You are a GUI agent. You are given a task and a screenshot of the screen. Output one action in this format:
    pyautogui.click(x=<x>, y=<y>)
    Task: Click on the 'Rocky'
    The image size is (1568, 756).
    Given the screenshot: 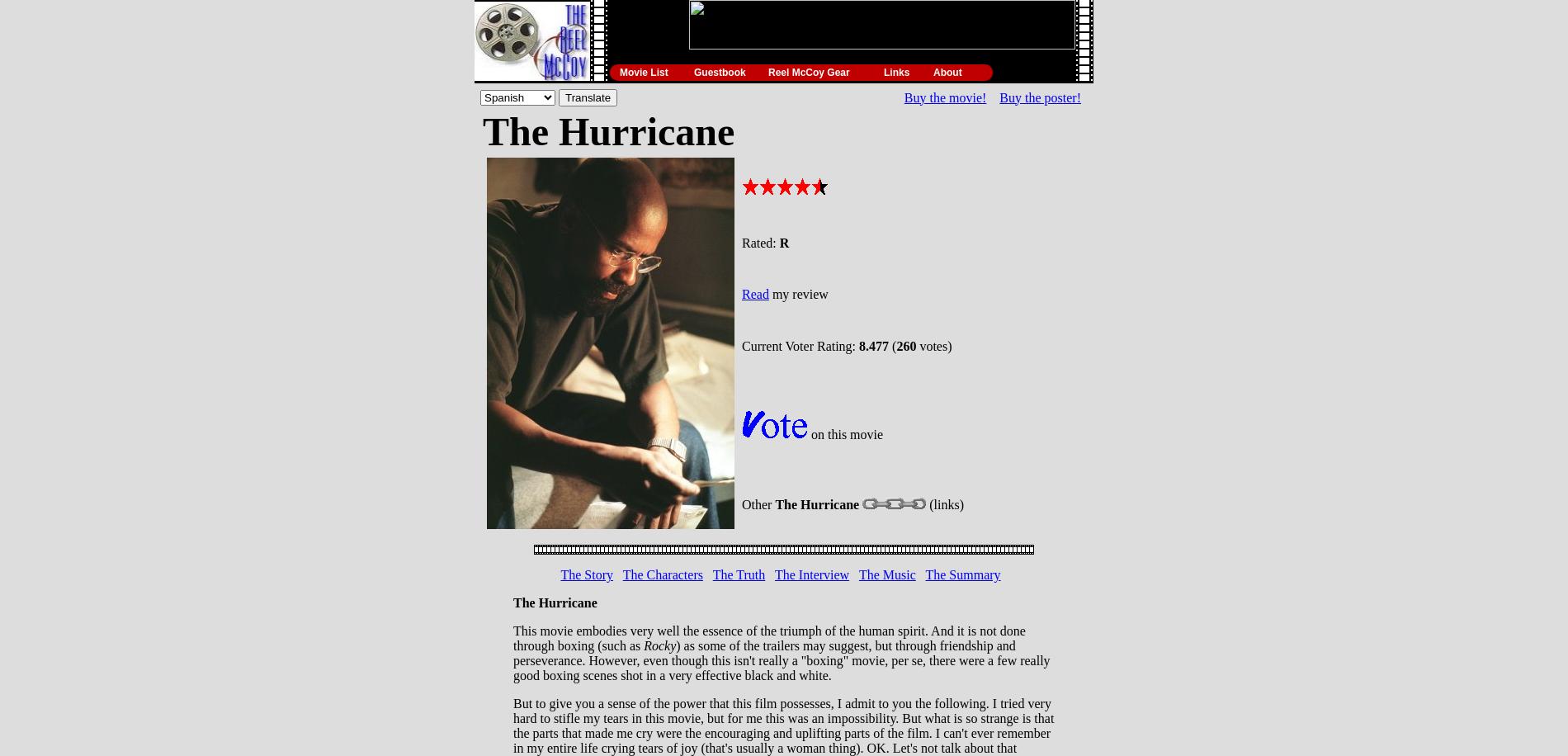 What is the action you would take?
    pyautogui.click(x=659, y=645)
    